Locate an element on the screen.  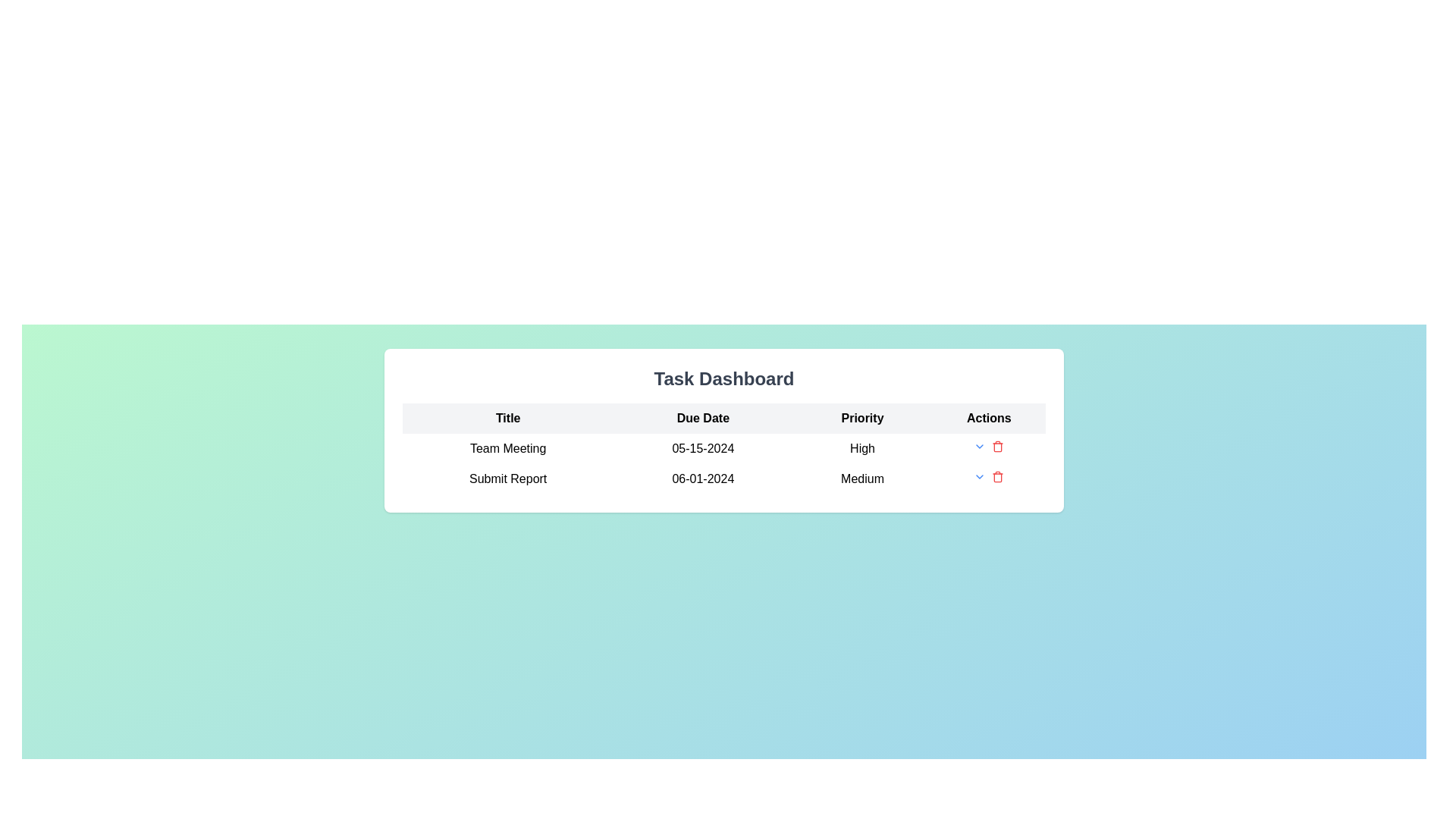
the blue downward-pointing chevron icon located in the 'Actions' column of the first row of the table is located at coordinates (980, 475).